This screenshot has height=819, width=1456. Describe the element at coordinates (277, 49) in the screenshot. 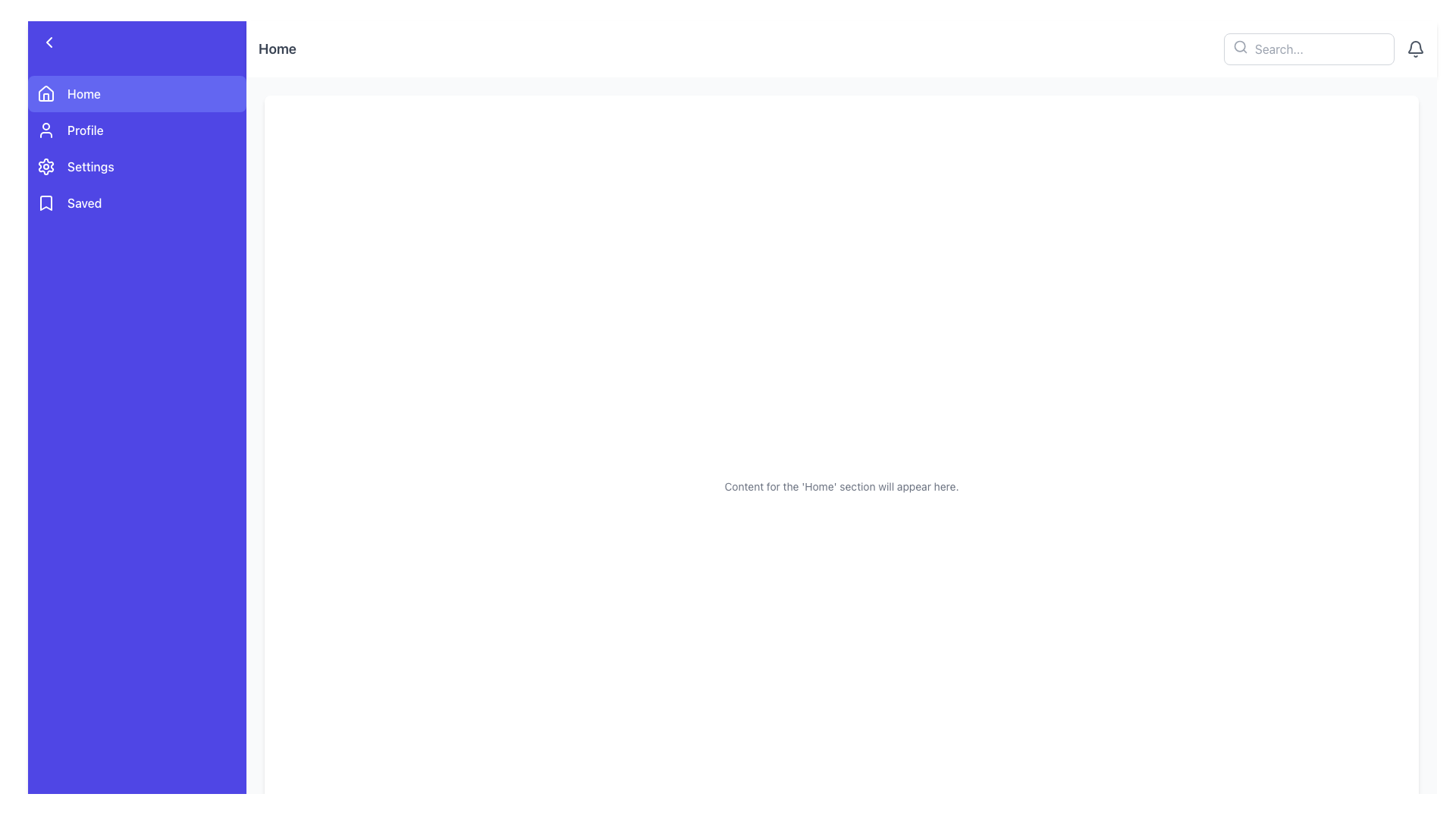

I see `the 'Home' section text label located at the top of the page, below the horizontal navigation bar, positioned towards the left-hand side` at that location.